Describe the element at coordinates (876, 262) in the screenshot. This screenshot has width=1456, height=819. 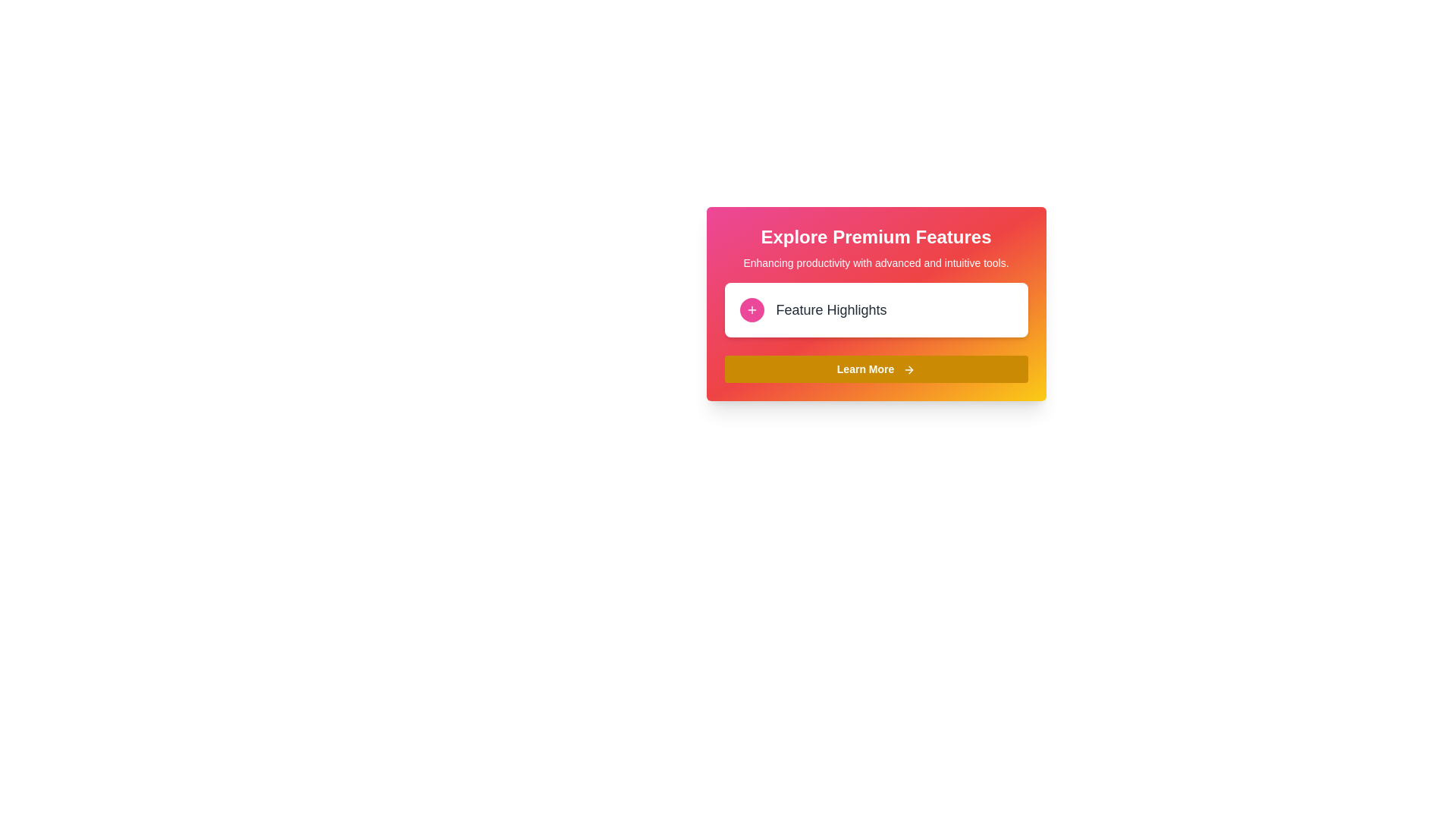
I see `the text label that provides additional details about the features or context of the section, located below the heading 'Explore Premium Features' and above the 'Feature Highlights' box` at that location.